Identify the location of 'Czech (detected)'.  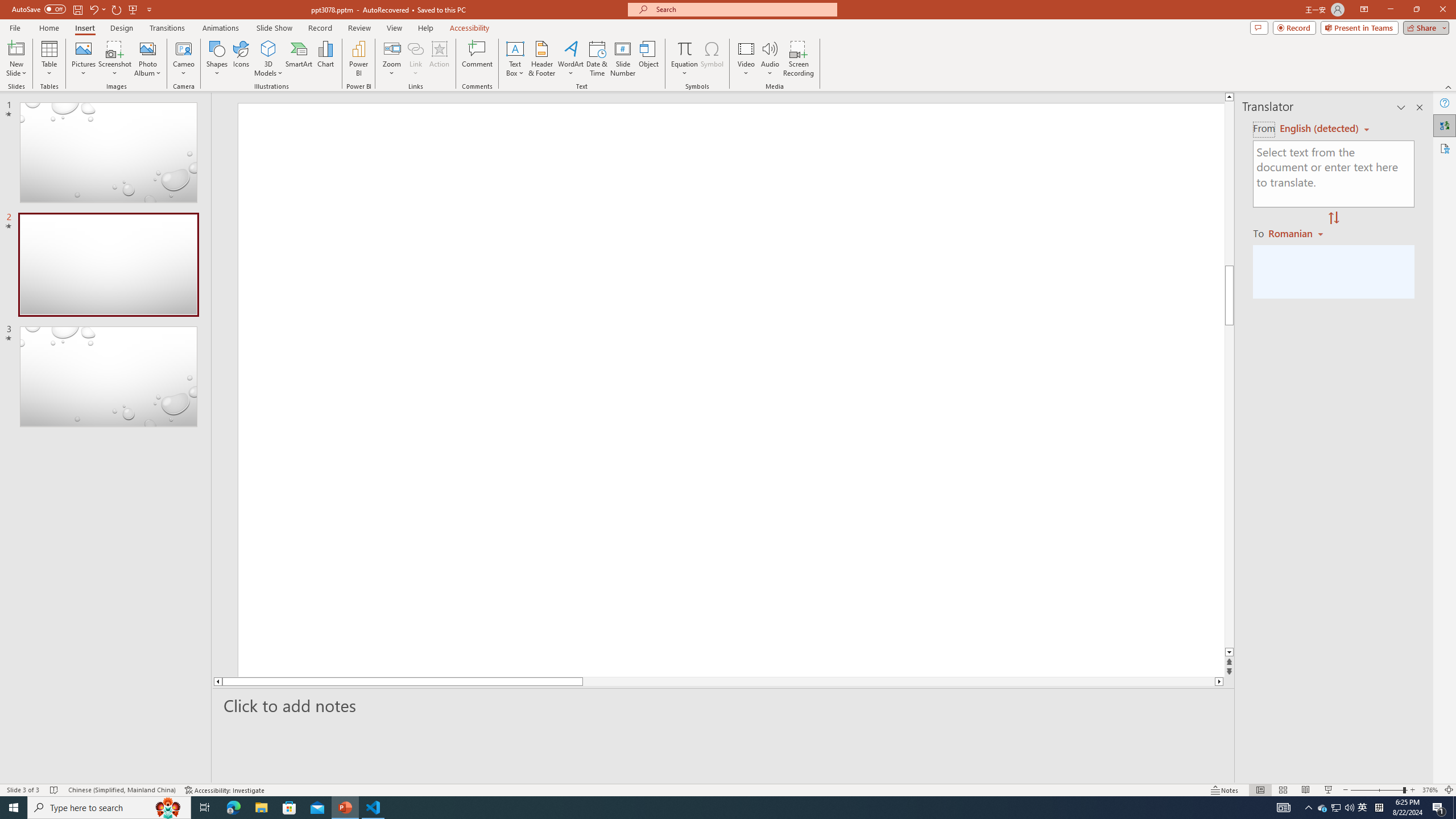
(1319, 128).